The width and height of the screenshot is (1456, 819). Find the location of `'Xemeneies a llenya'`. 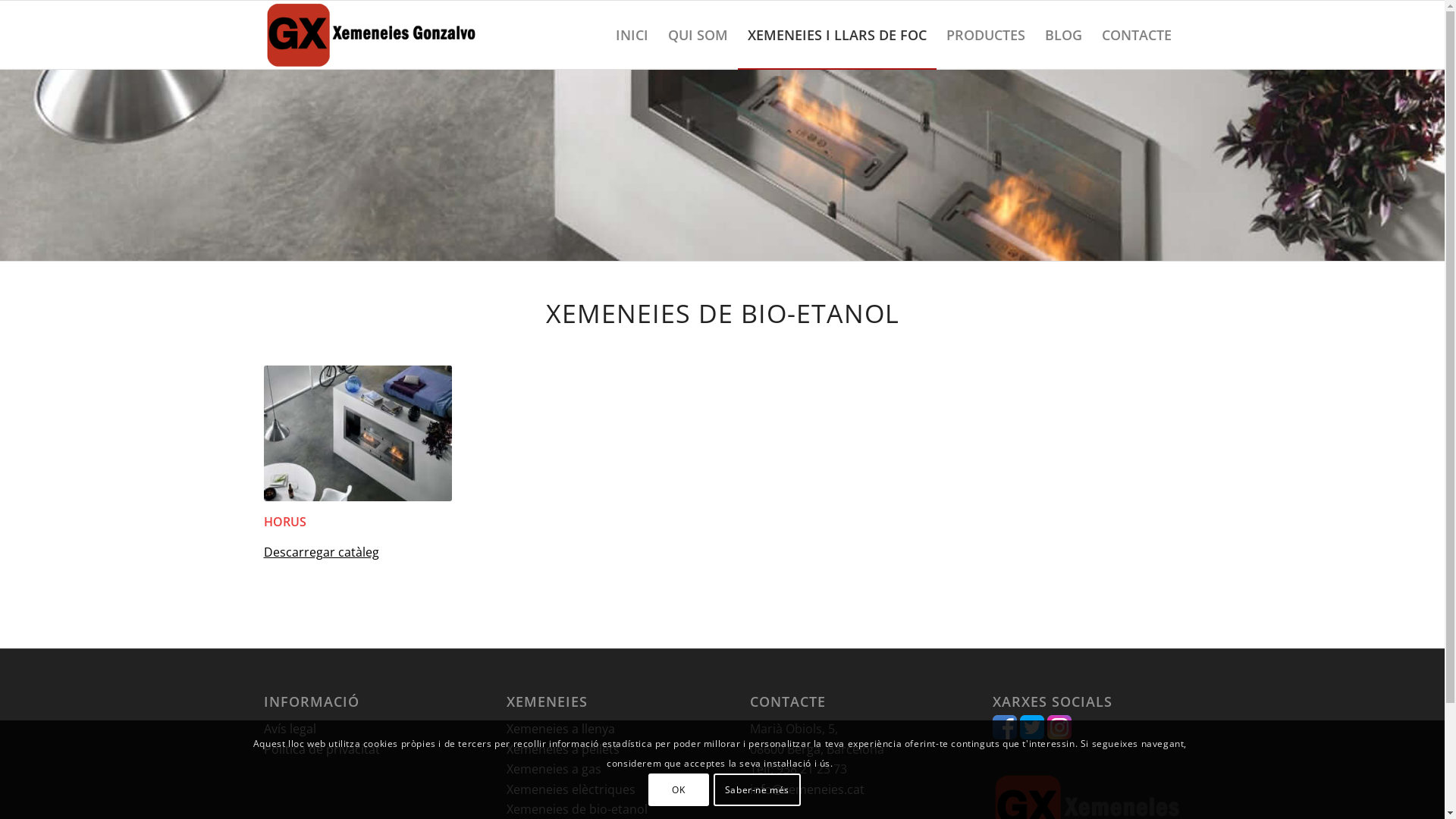

'Xemeneies a llenya' is located at coordinates (560, 727).